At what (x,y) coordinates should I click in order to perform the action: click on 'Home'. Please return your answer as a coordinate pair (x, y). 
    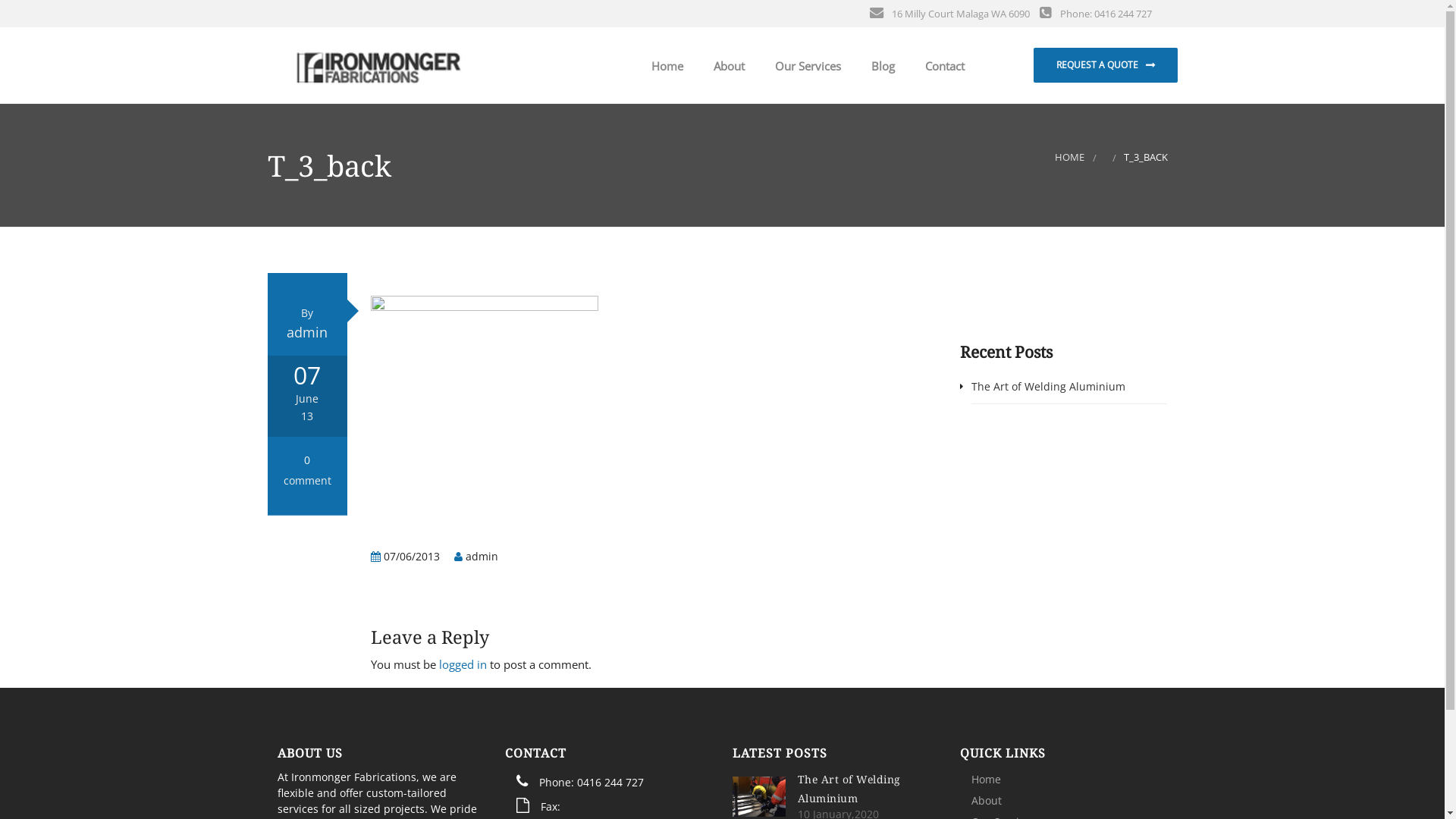
    Looking at the image, I should click on (663, 65).